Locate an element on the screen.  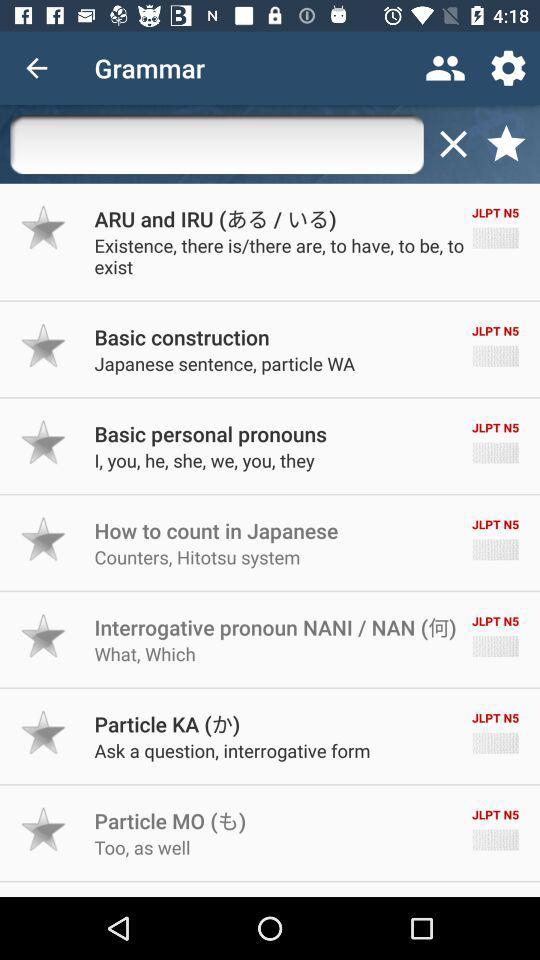
icon next to jlpt n5 item is located at coordinates (182, 337).